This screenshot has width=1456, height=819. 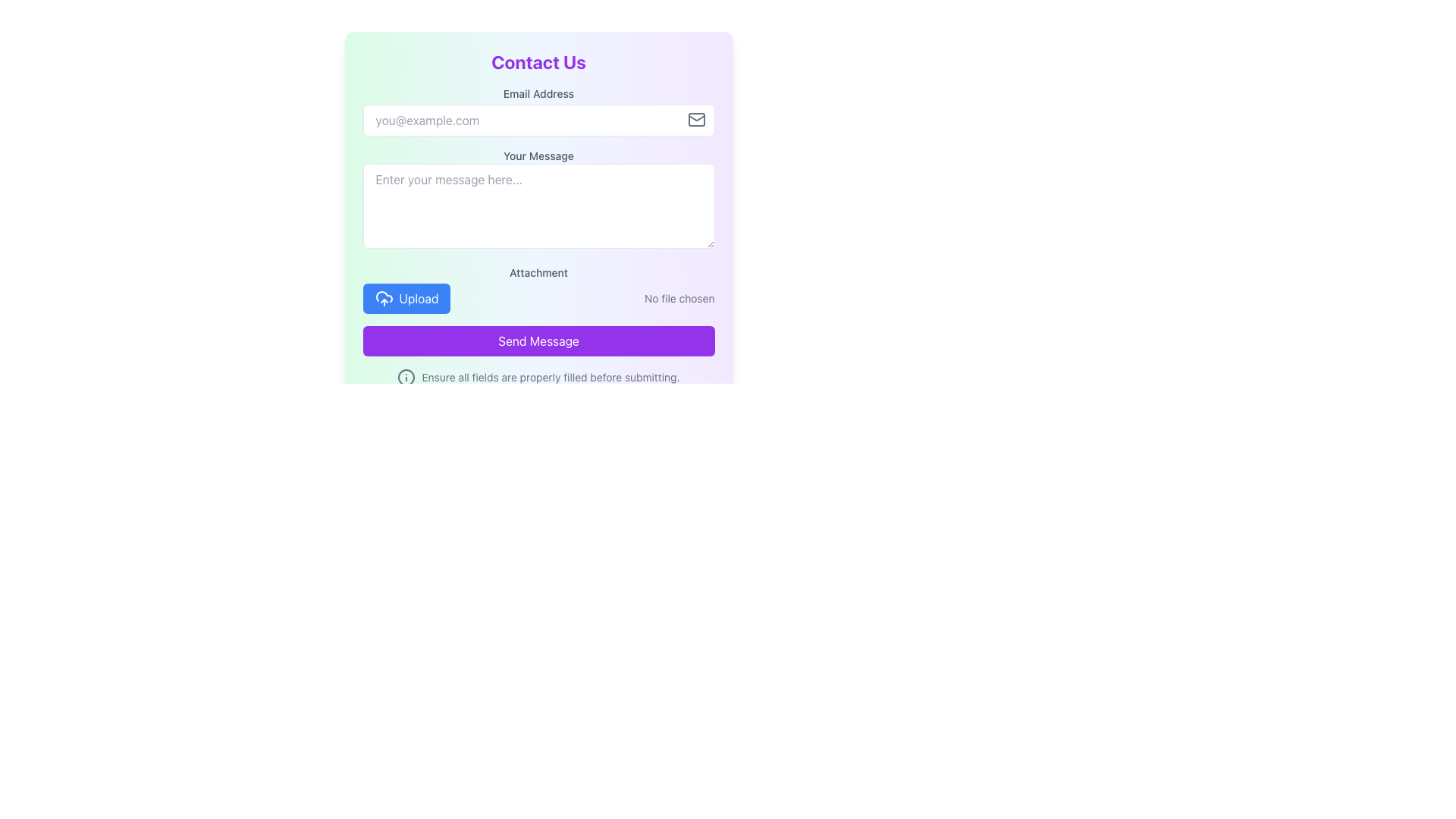 I want to click on the 'Send Message' button, which is a rectangular button with rounded corners in purple, so click(x=538, y=341).